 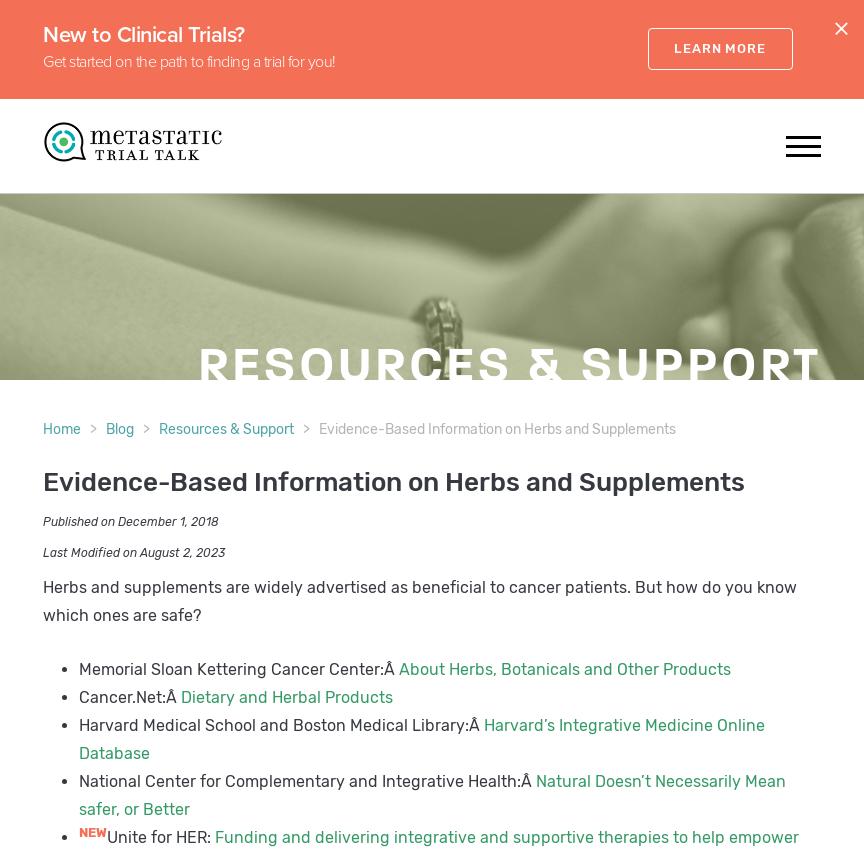 I want to click on 'Published on December 1, 2018', so click(x=129, y=520).